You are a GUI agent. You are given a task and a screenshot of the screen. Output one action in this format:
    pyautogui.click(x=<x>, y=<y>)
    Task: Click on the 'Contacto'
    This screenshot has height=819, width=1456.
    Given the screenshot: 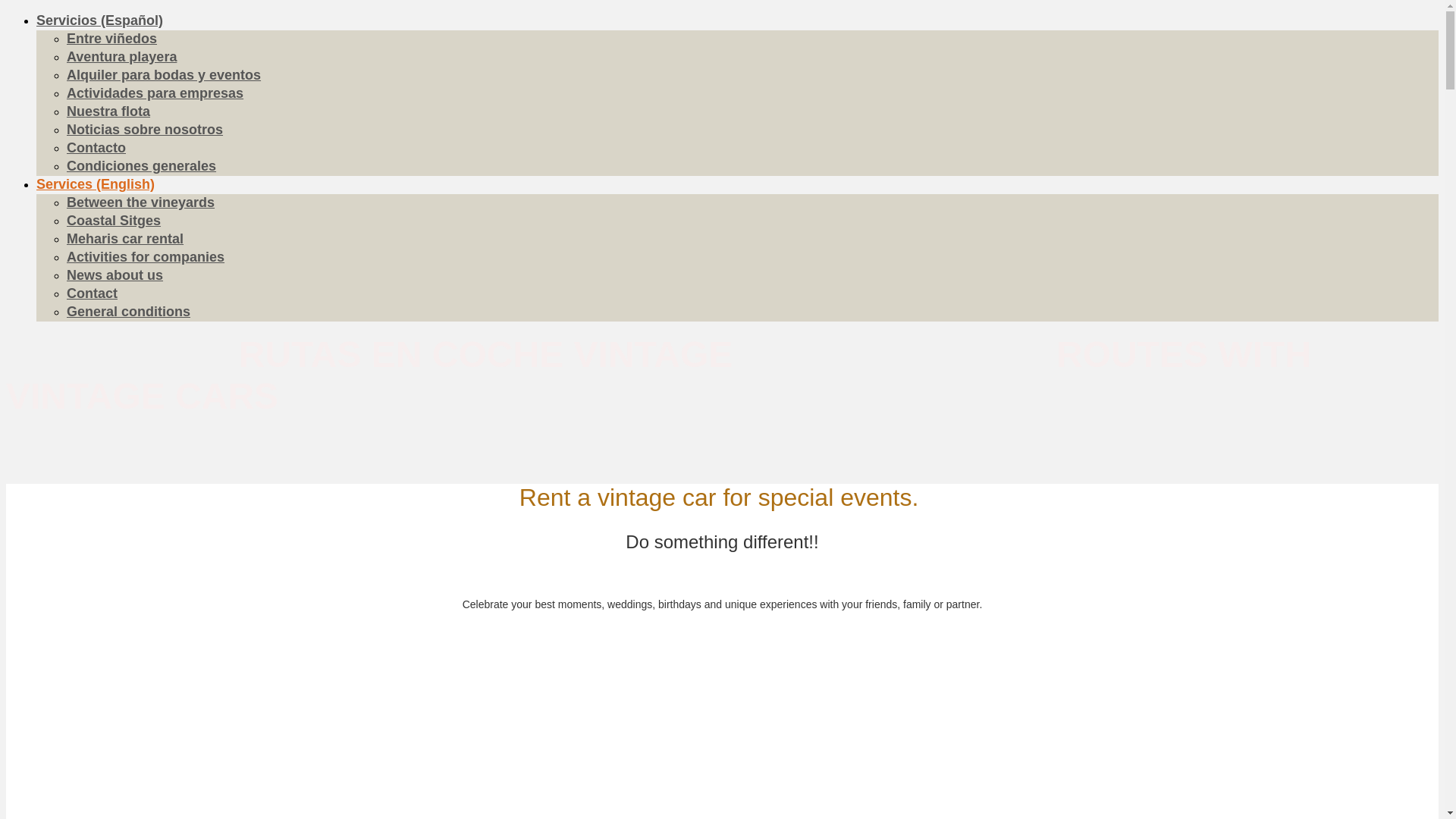 What is the action you would take?
    pyautogui.click(x=95, y=148)
    